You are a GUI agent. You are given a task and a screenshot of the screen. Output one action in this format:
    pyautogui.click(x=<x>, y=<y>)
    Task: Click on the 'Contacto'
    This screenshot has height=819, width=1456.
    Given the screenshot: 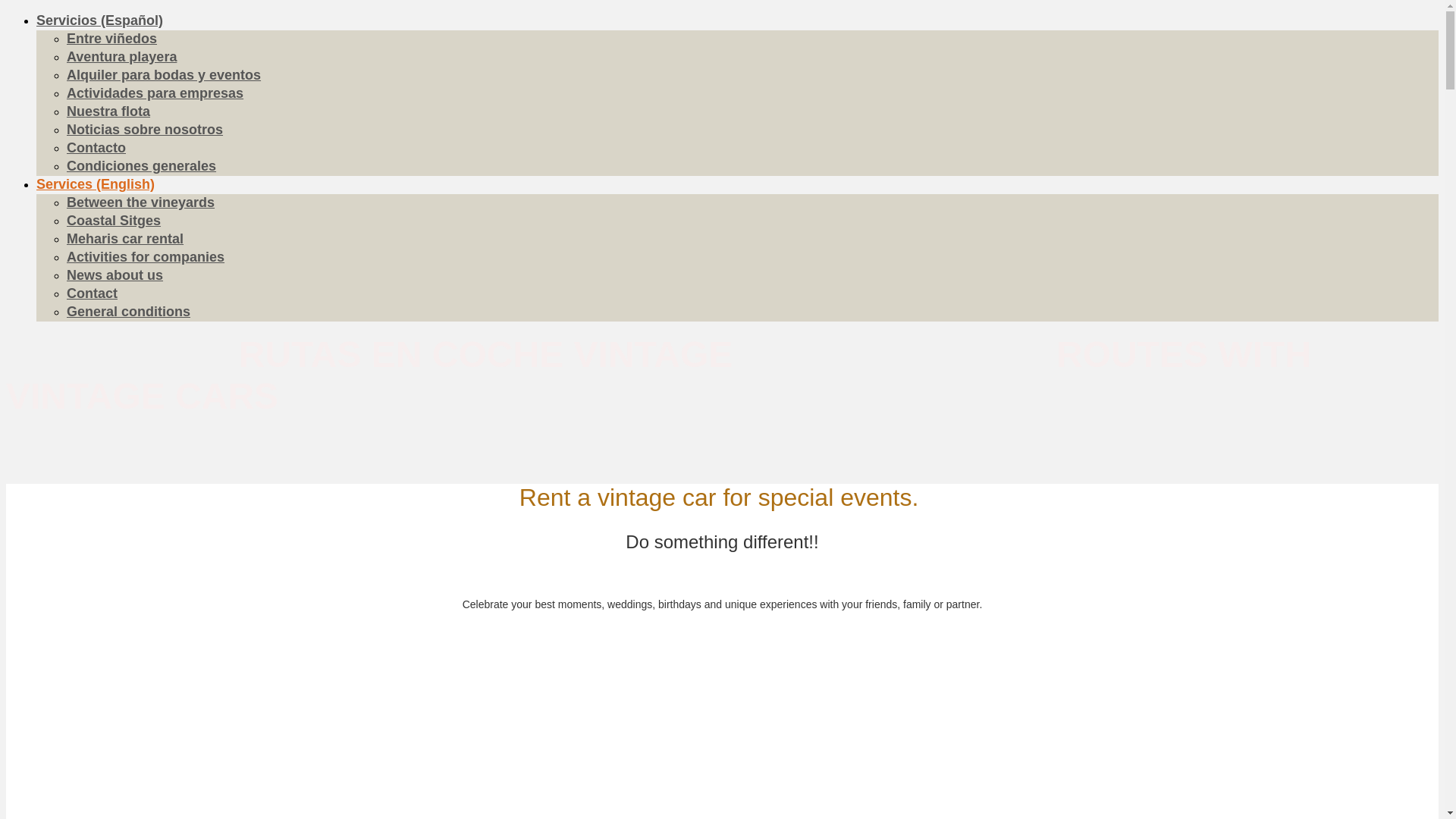 What is the action you would take?
    pyautogui.click(x=95, y=148)
    